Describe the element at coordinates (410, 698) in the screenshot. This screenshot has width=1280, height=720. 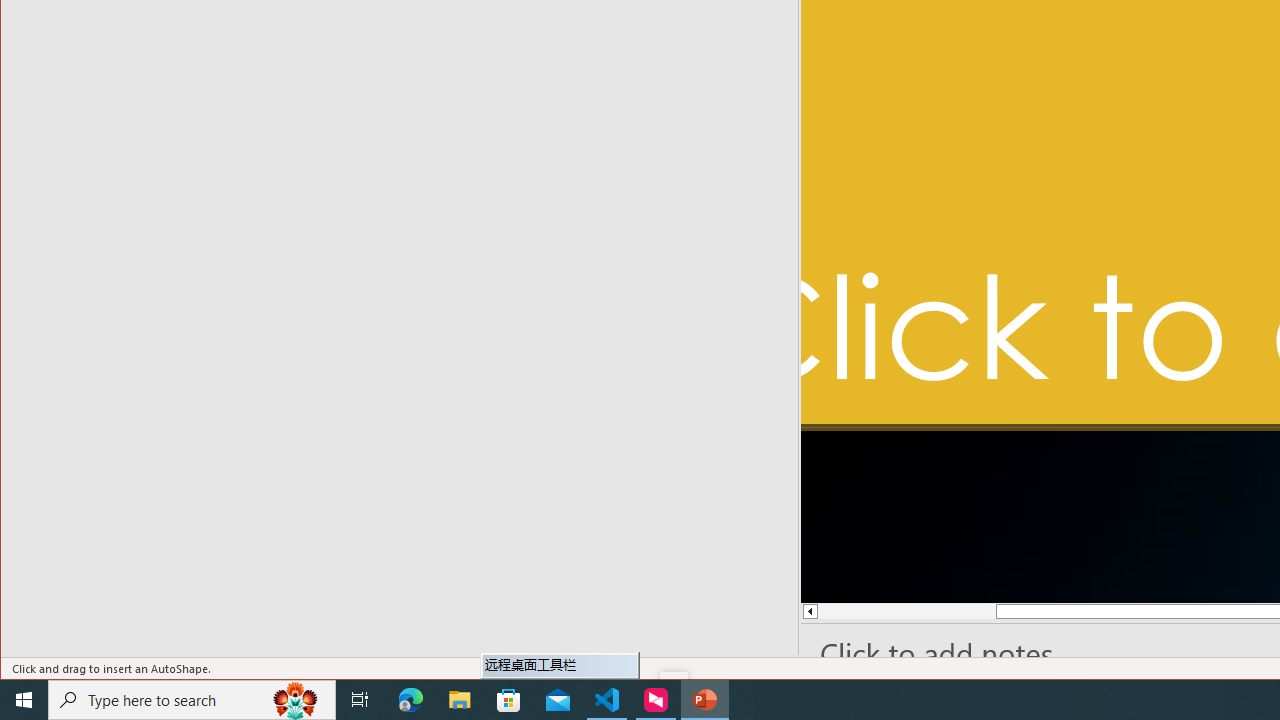
I see `'Microsoft Edge'` at that location.